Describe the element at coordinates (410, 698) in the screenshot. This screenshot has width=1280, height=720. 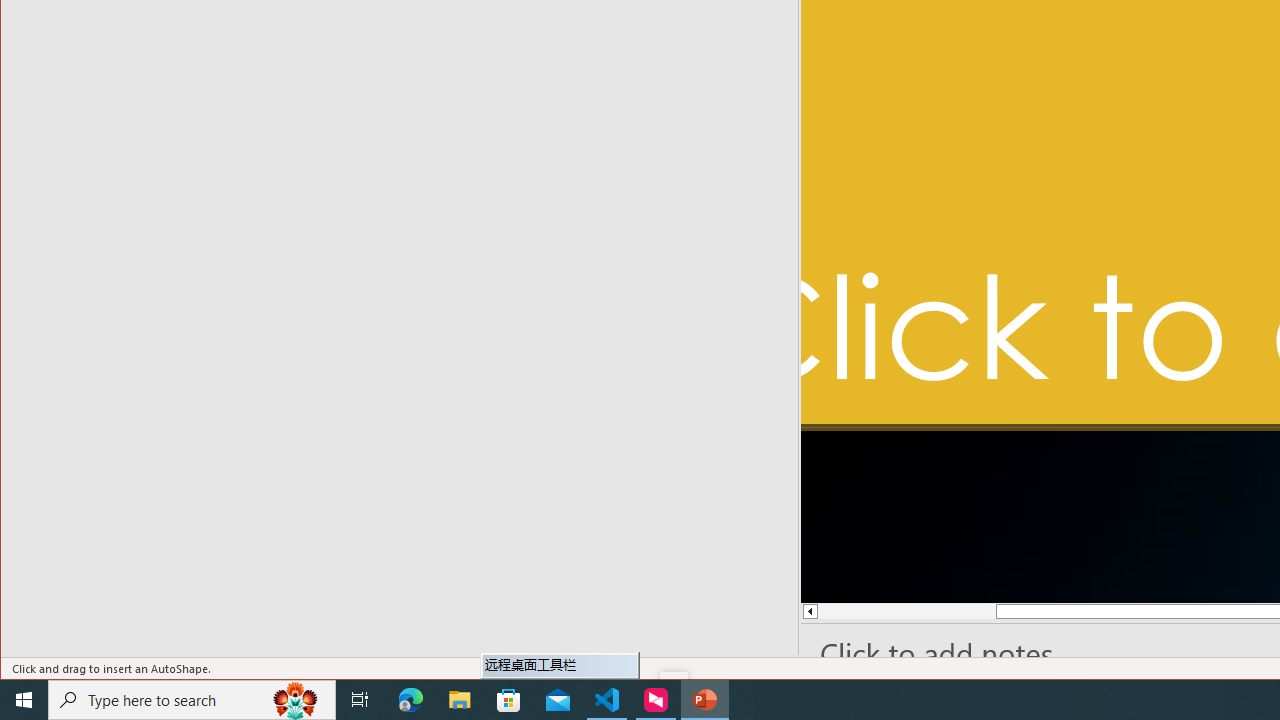
I see `'Microsoft Edge'` at that location.